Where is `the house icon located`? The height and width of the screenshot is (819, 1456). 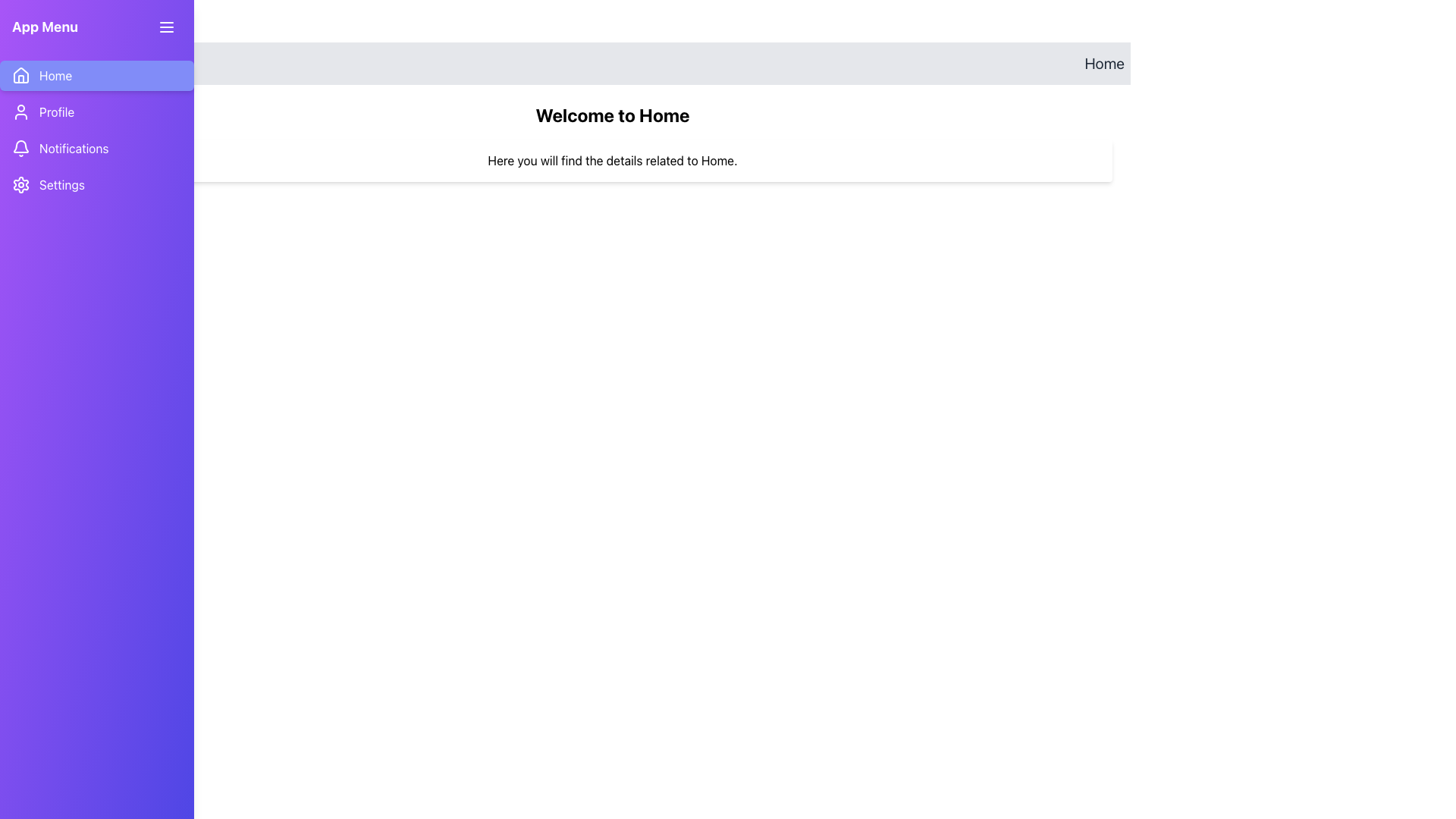 the house icon located is located at coordinates (21, 75).